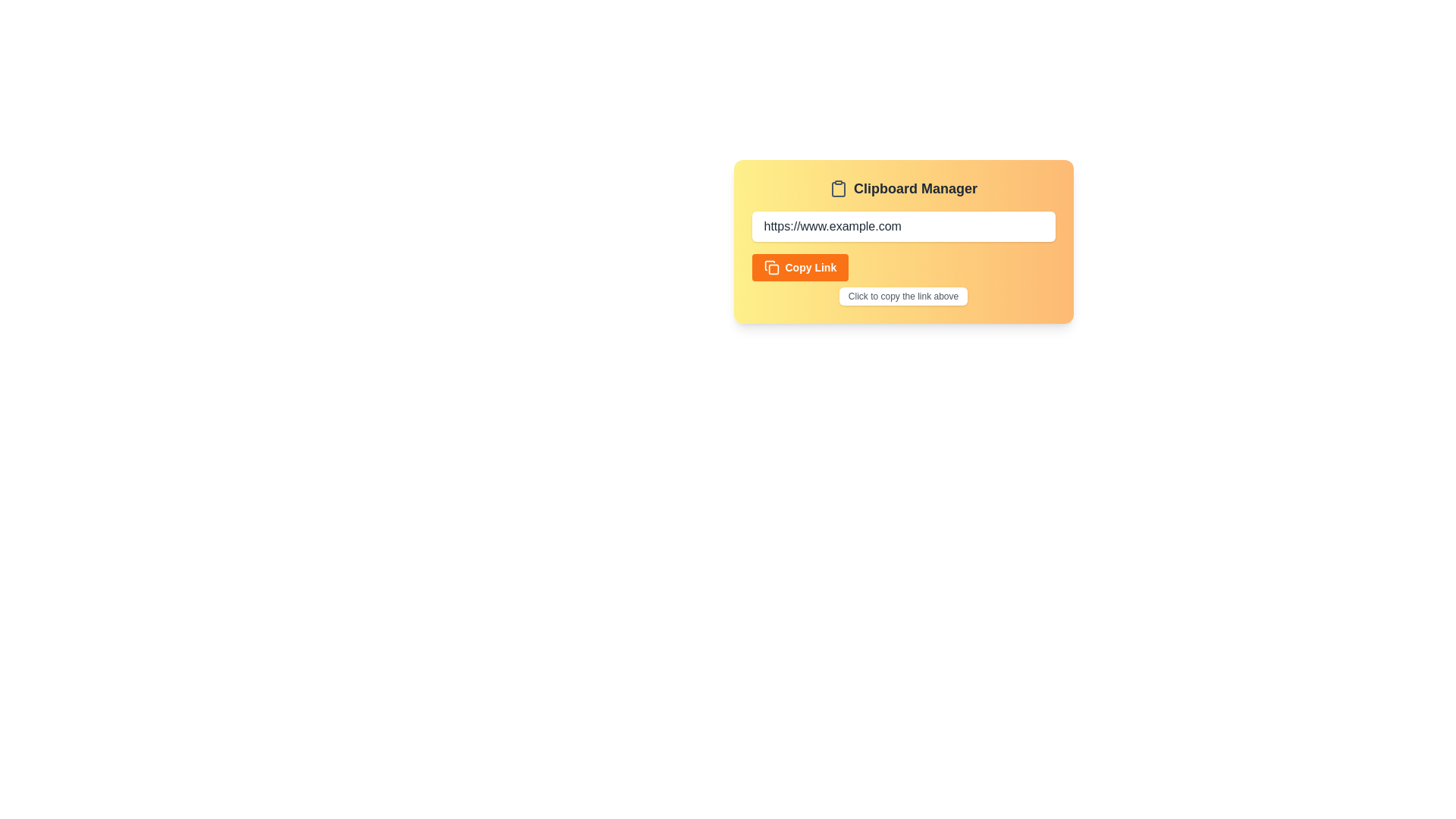 This screenshot has height=819, width=1456. What do you see at coordinates (903, 296) in the screenshot?
I see `the informative text element that displays 'Click to copy the link above'` at bounding box center [903, 296].